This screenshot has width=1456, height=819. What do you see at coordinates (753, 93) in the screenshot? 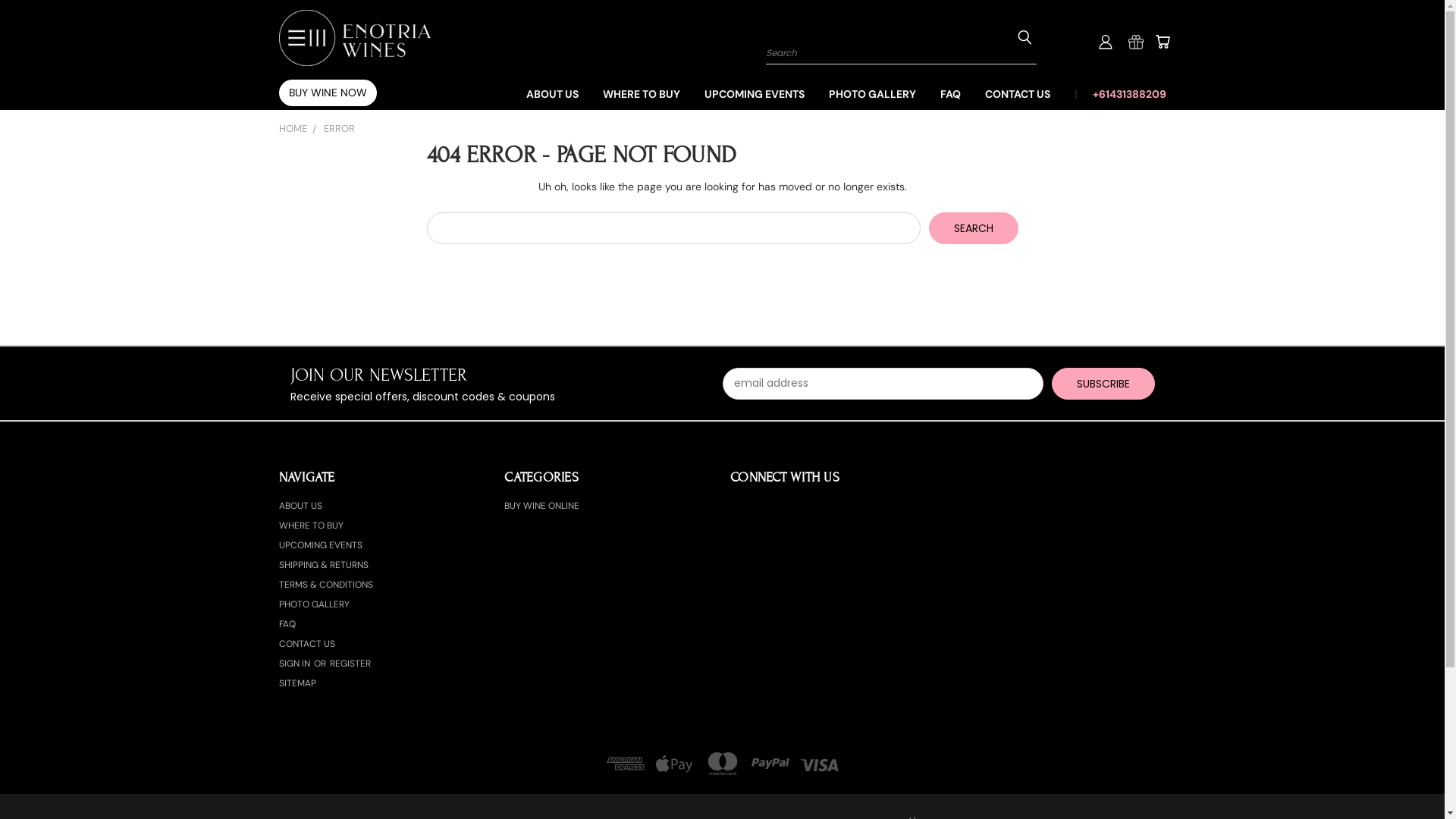
I see `'UPCOMING EVENTS'` at bounding box center [753, 93].